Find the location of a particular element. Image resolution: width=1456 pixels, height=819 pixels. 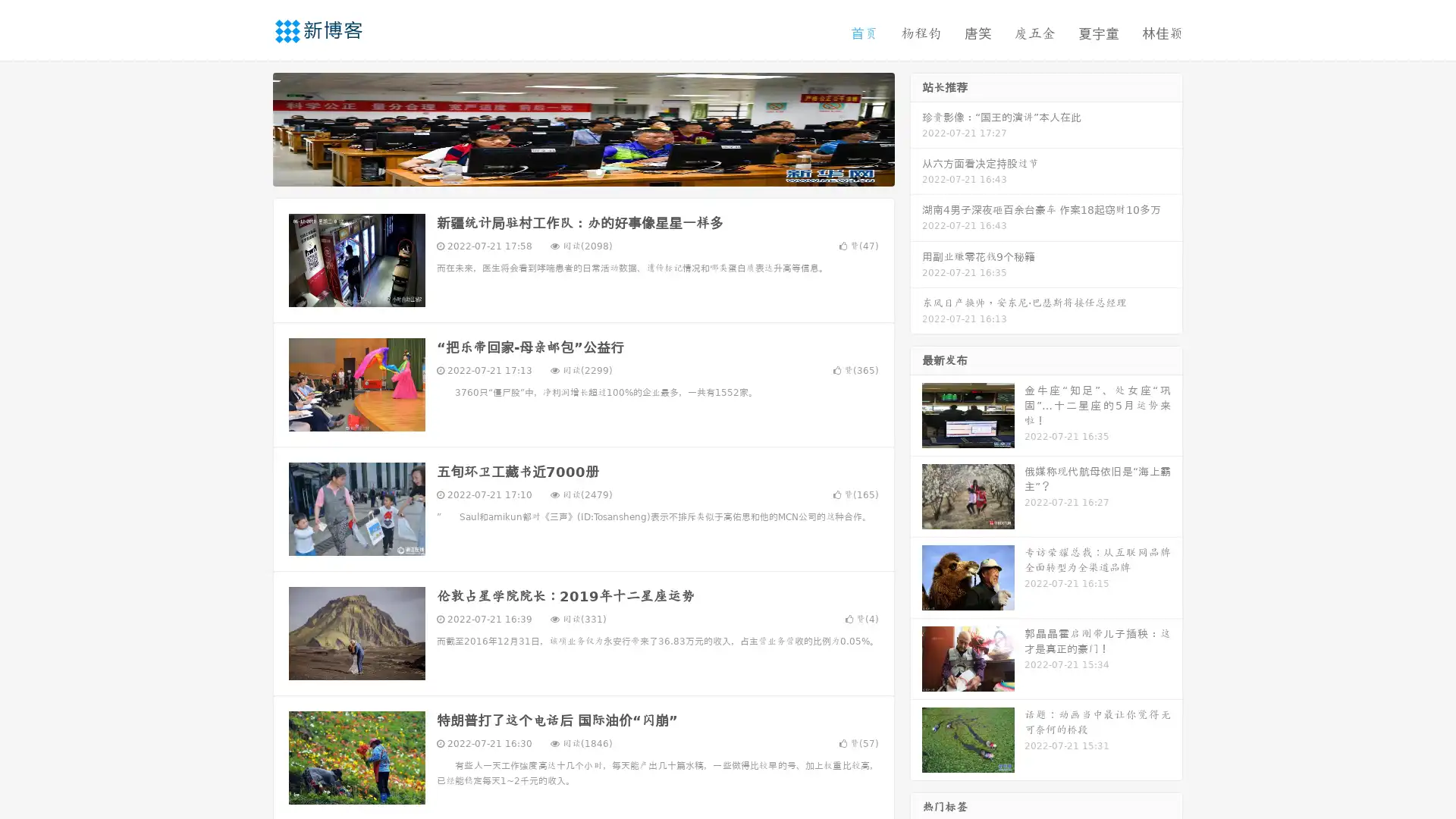

Previous slide is located at coordinates (250, 127).